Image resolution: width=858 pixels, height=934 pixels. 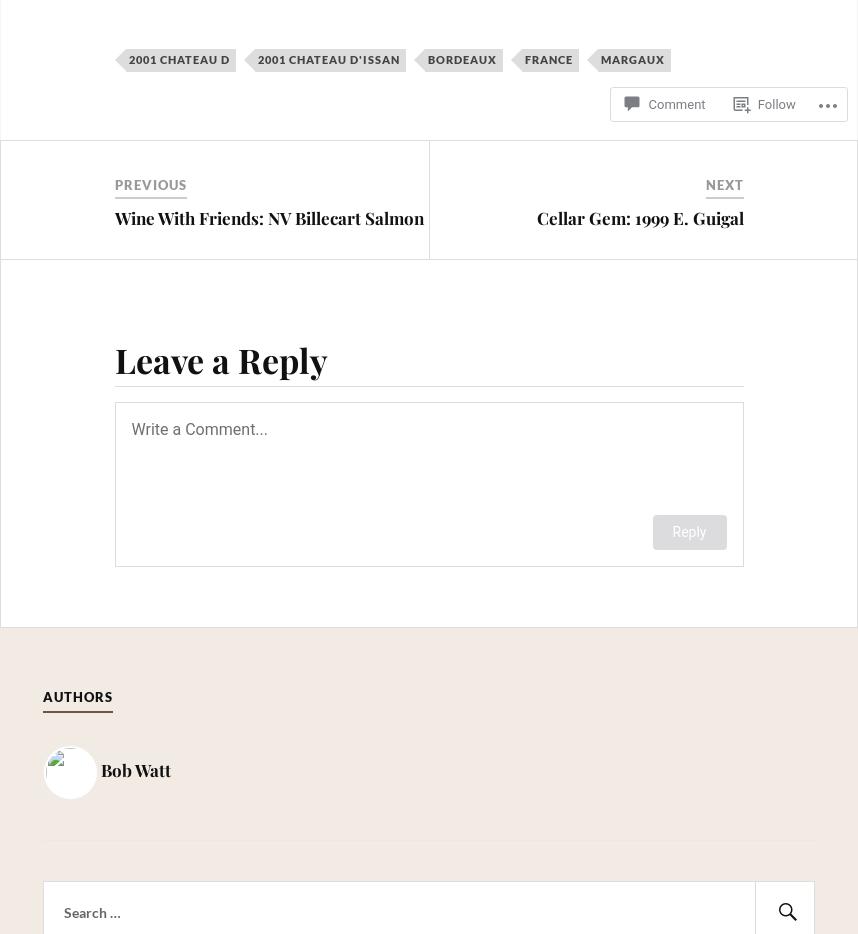 What do you see at coordinates (632, 59) in the screenshot?
I see `'Margaux'` at bounding box center [632, 59].